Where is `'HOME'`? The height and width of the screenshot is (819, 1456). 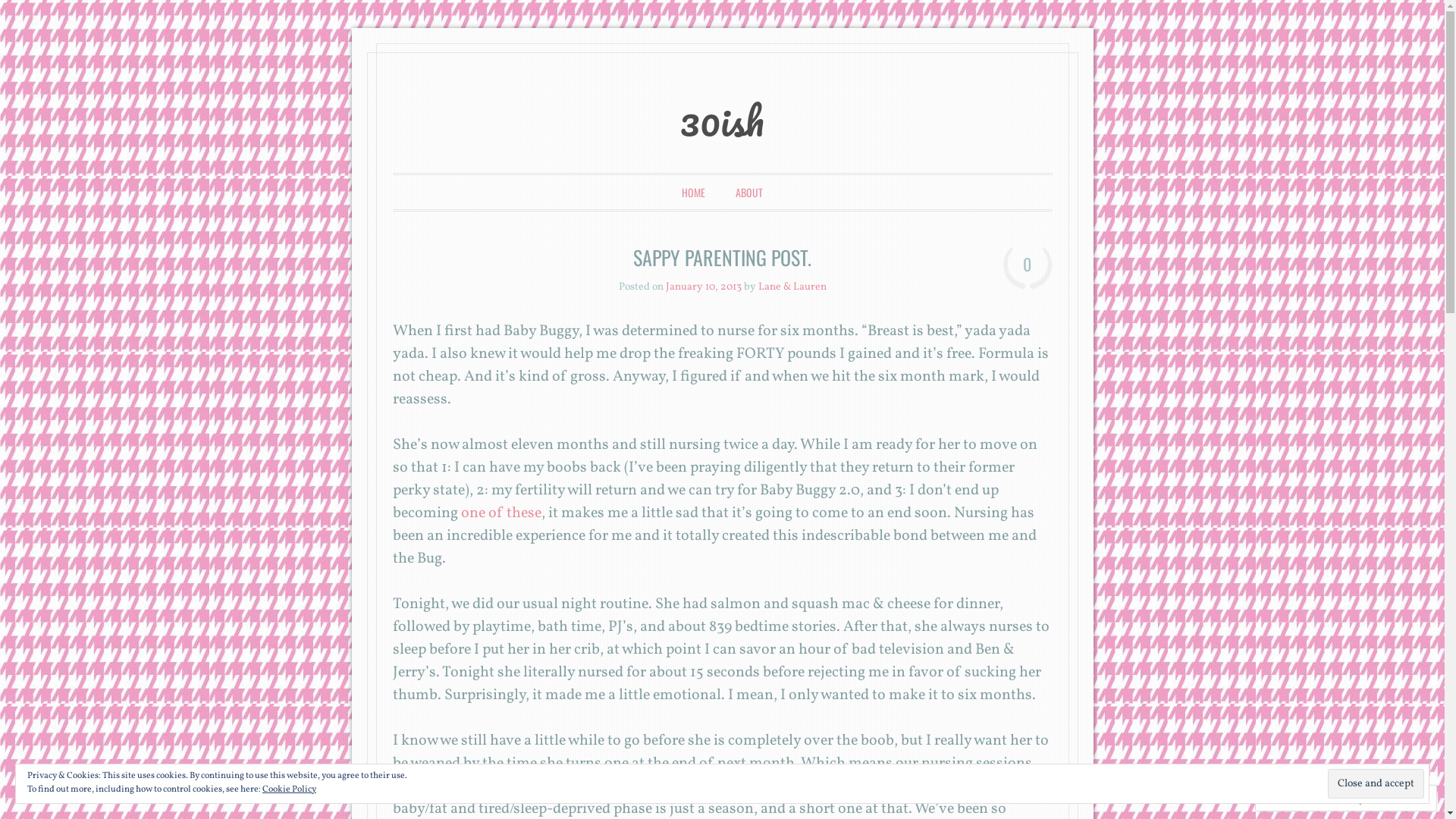 'HOME' is located at coordinates (692, 191).